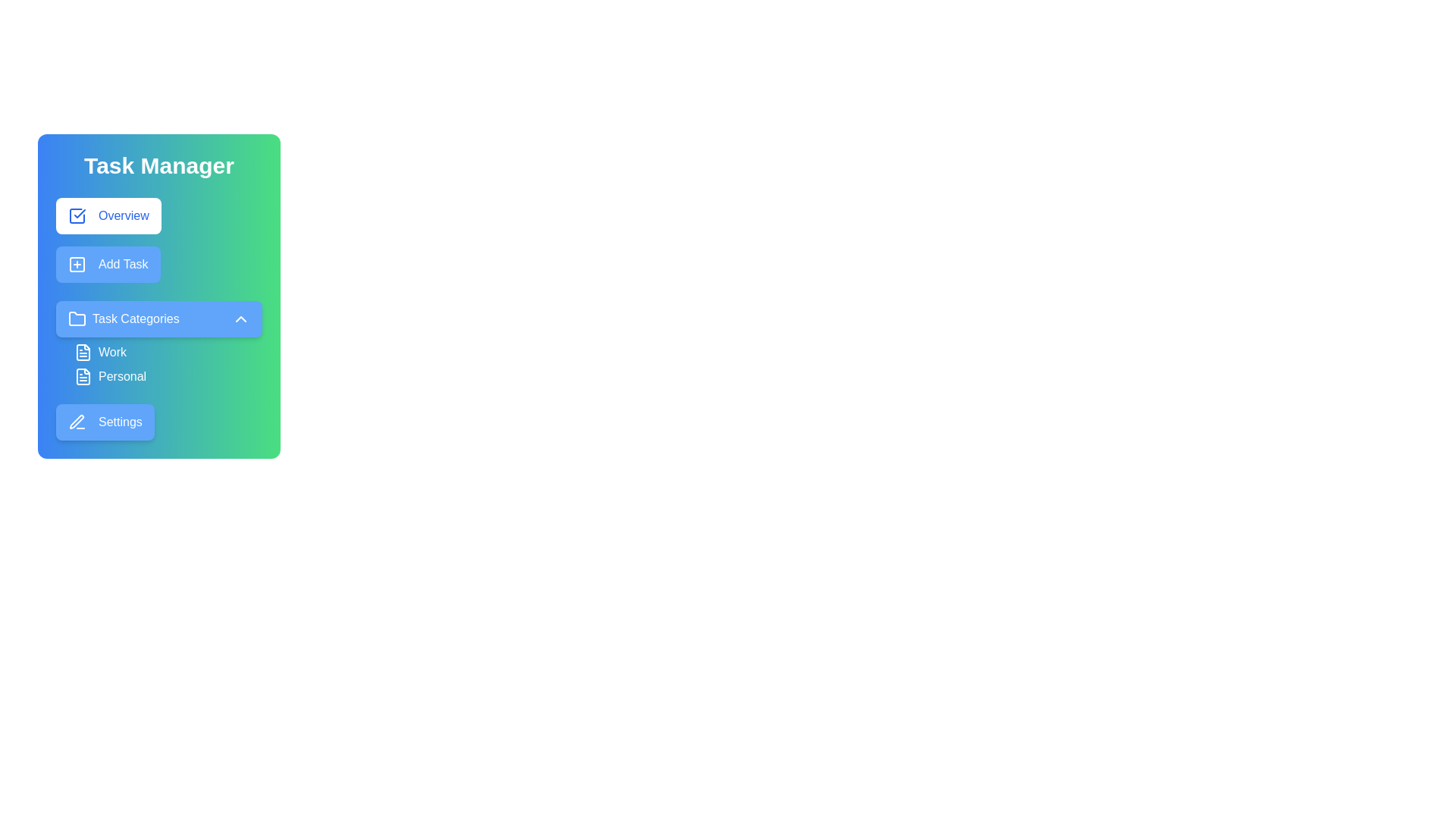 Image resolution: width=1456 pixels, height=819 pixels. I want to click on the 'Settings' text label inside the button located at the bottom of the vertical menu on the left side of the interface, so click(119, 422).